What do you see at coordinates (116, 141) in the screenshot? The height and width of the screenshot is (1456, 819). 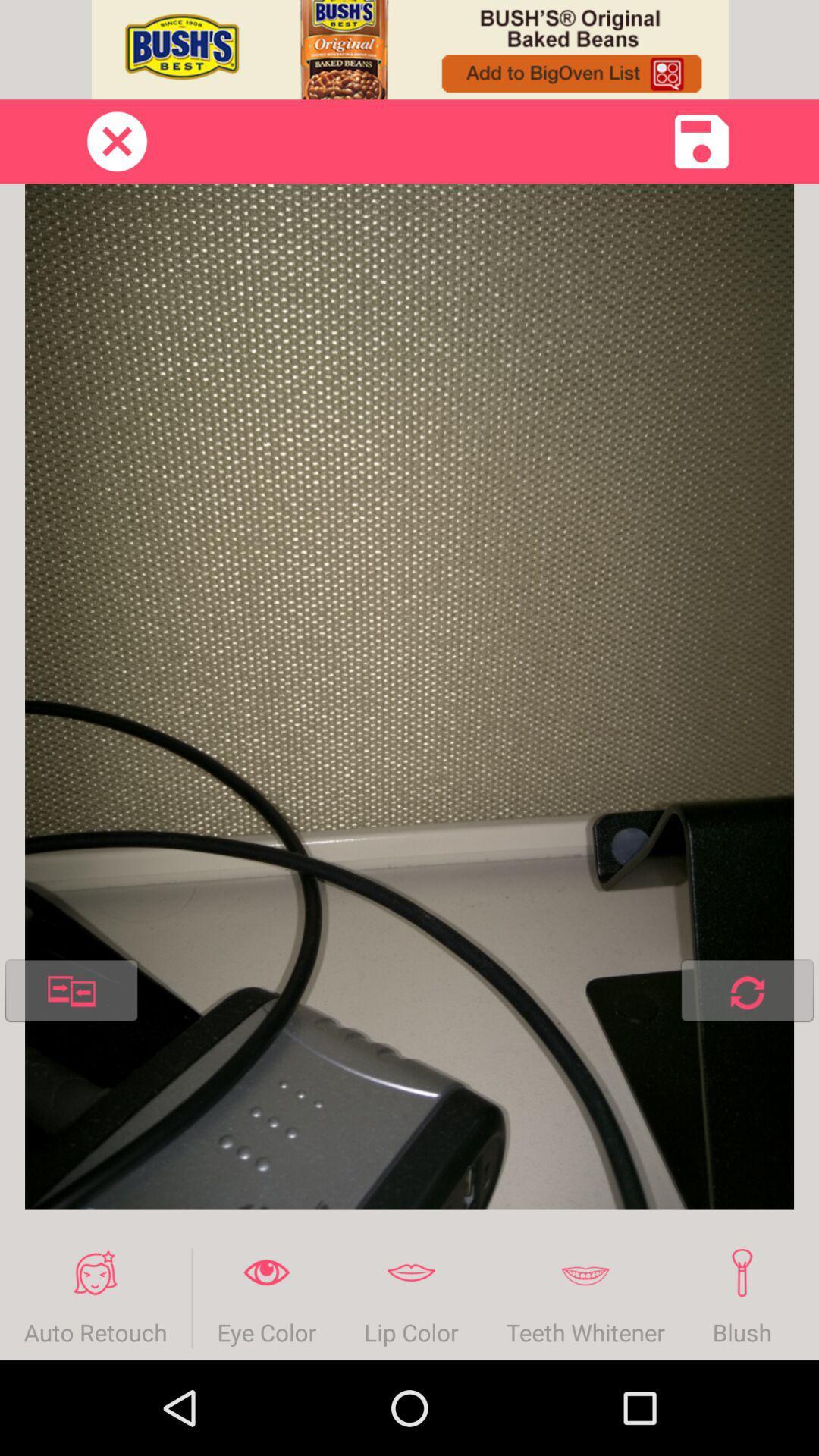 I see `page` at bounding box center [116, 141].